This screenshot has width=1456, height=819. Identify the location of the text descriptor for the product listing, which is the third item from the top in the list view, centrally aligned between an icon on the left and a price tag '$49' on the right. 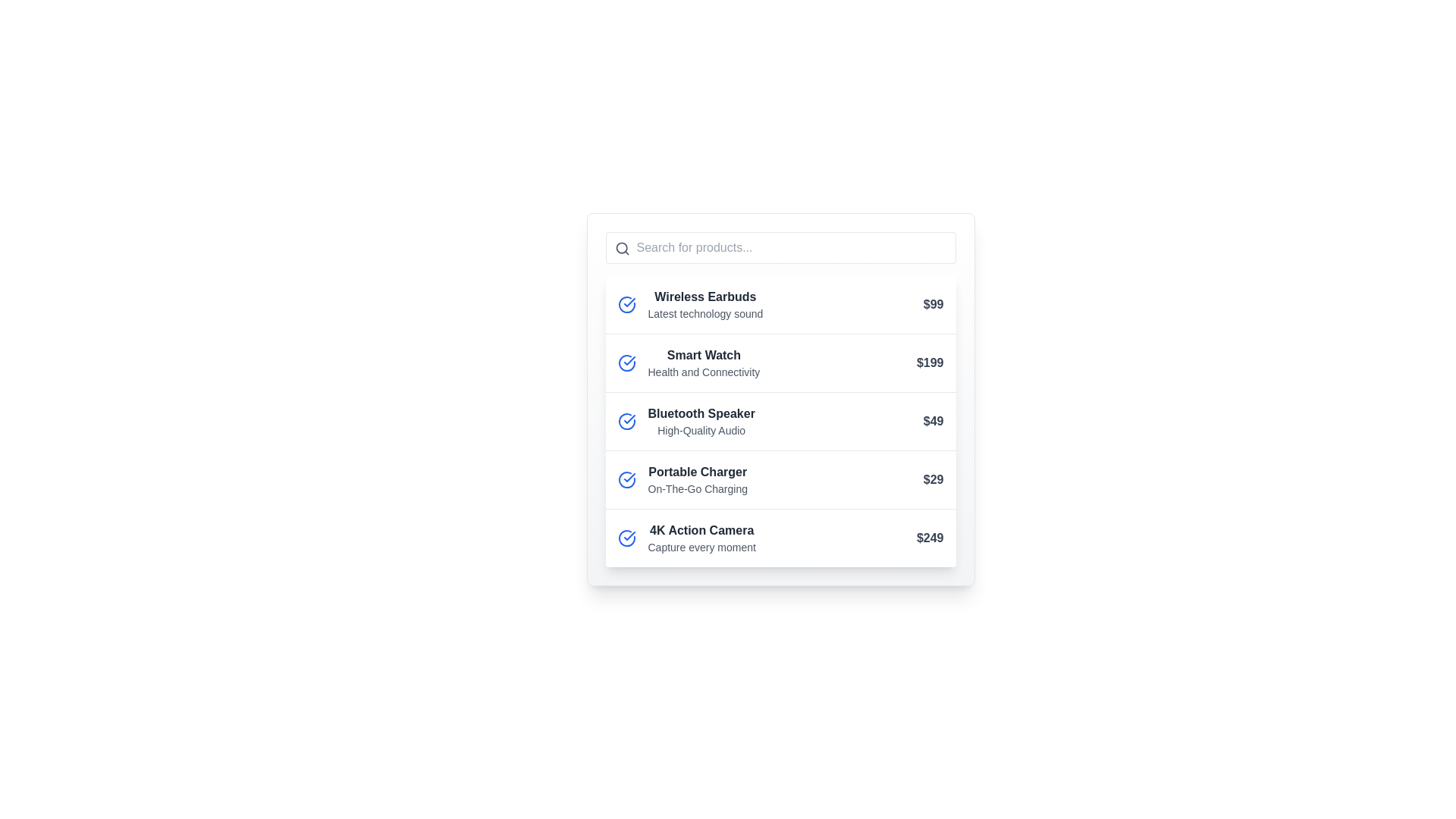
(701, 421).